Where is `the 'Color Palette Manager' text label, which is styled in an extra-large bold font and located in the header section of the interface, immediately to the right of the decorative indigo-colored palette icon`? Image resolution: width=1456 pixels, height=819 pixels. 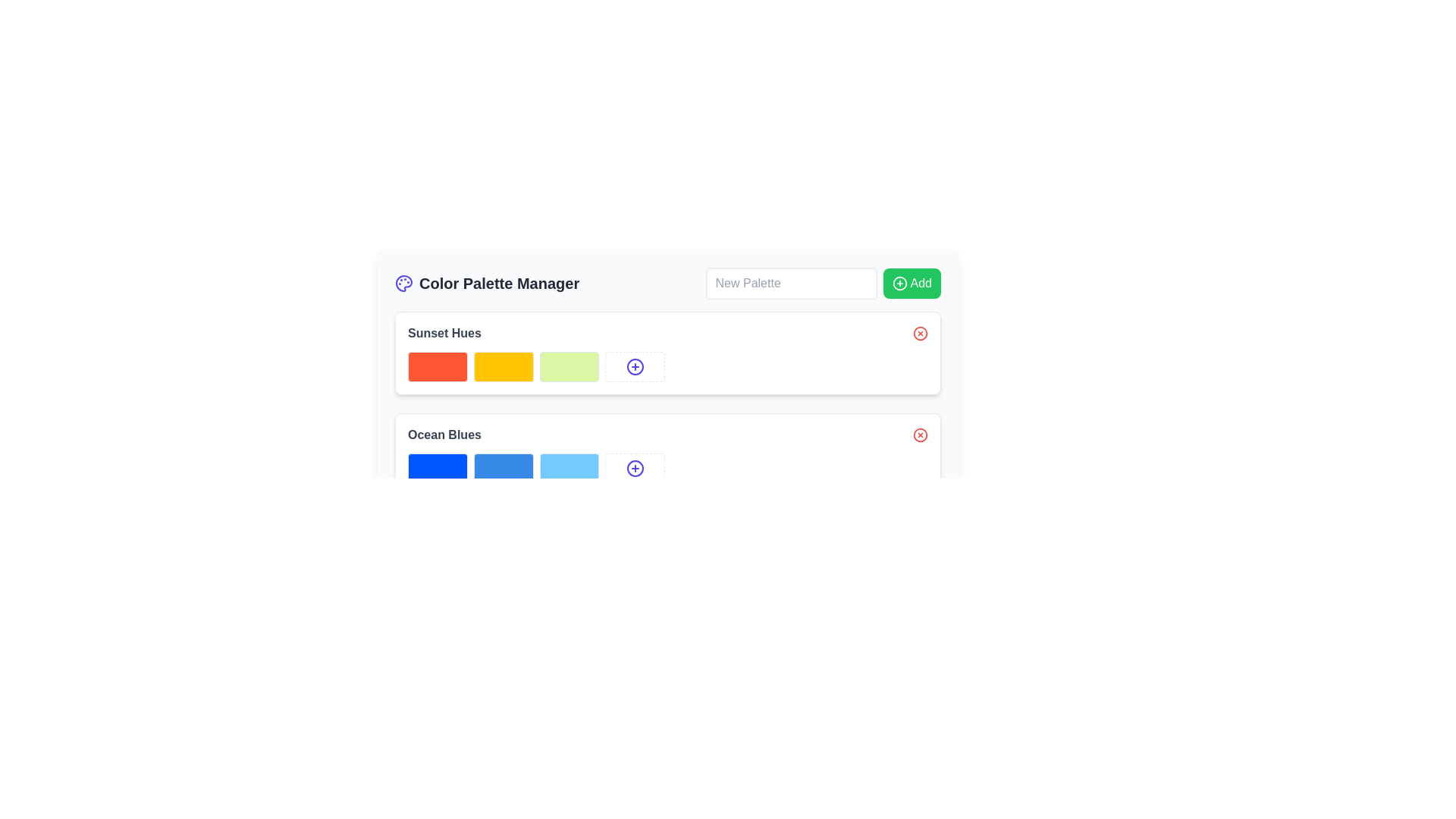
the 'Color Palette Manager' text label, which is styled in an extra-large bold font and located in the header section of the interface, immediately to the right of the decorative indigo-colored palette icon is located at coordinates (487, 284).